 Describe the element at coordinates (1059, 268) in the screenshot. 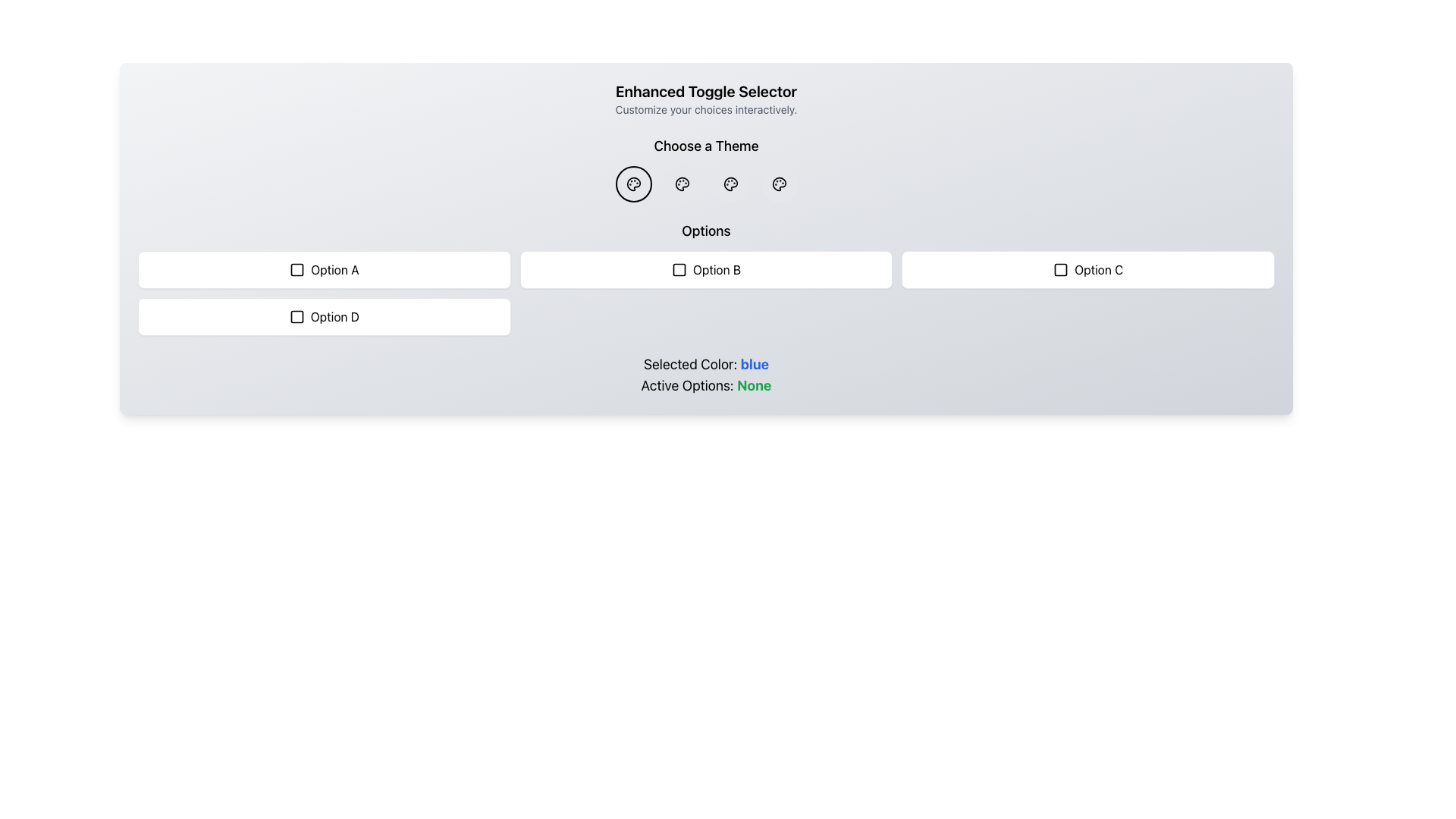

I see `the checkbox for 'Option C'` at that location.